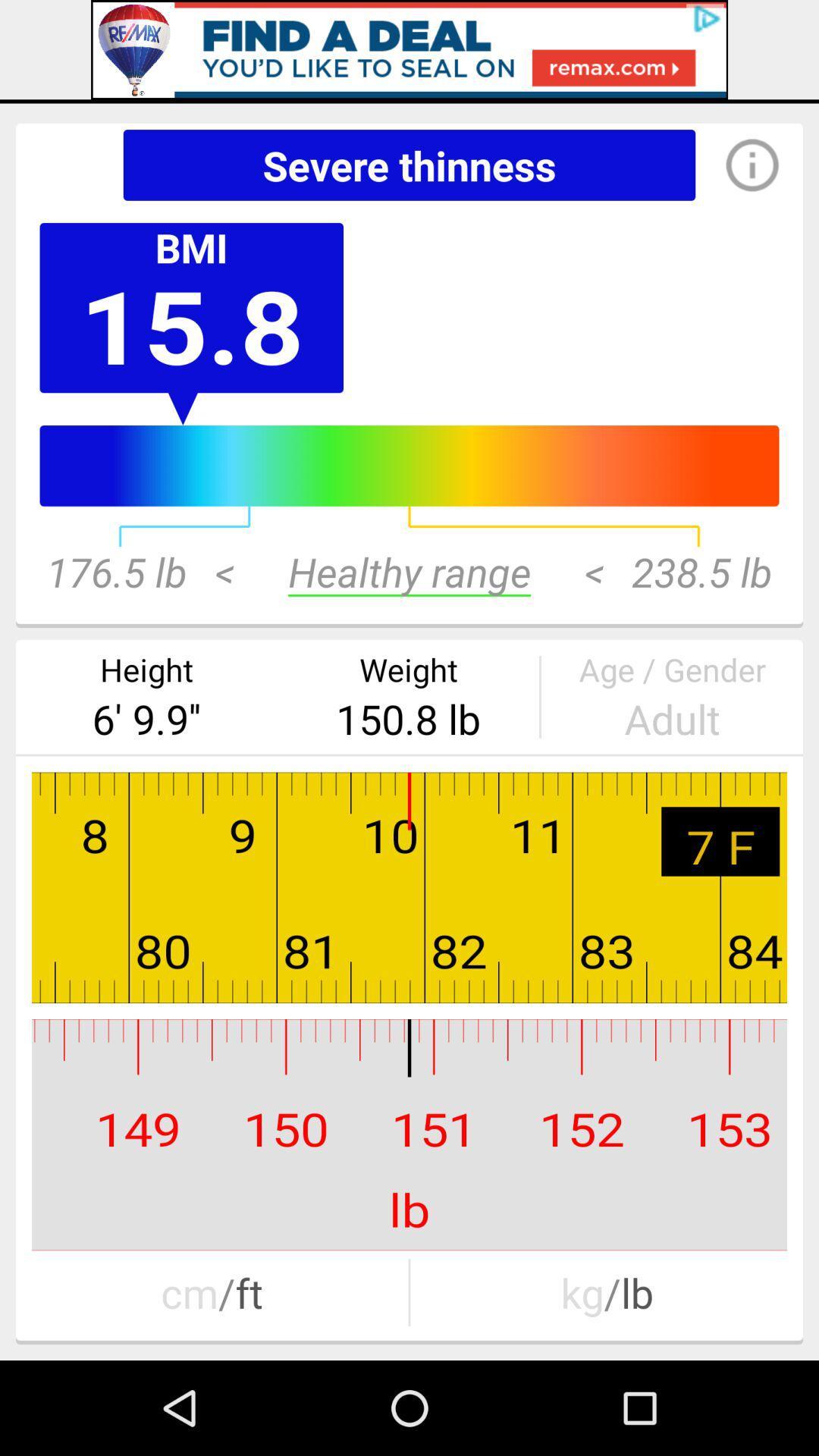  Describe the element at coordinates (736, 165) in the screenshot. I see `the info icon` at that location.